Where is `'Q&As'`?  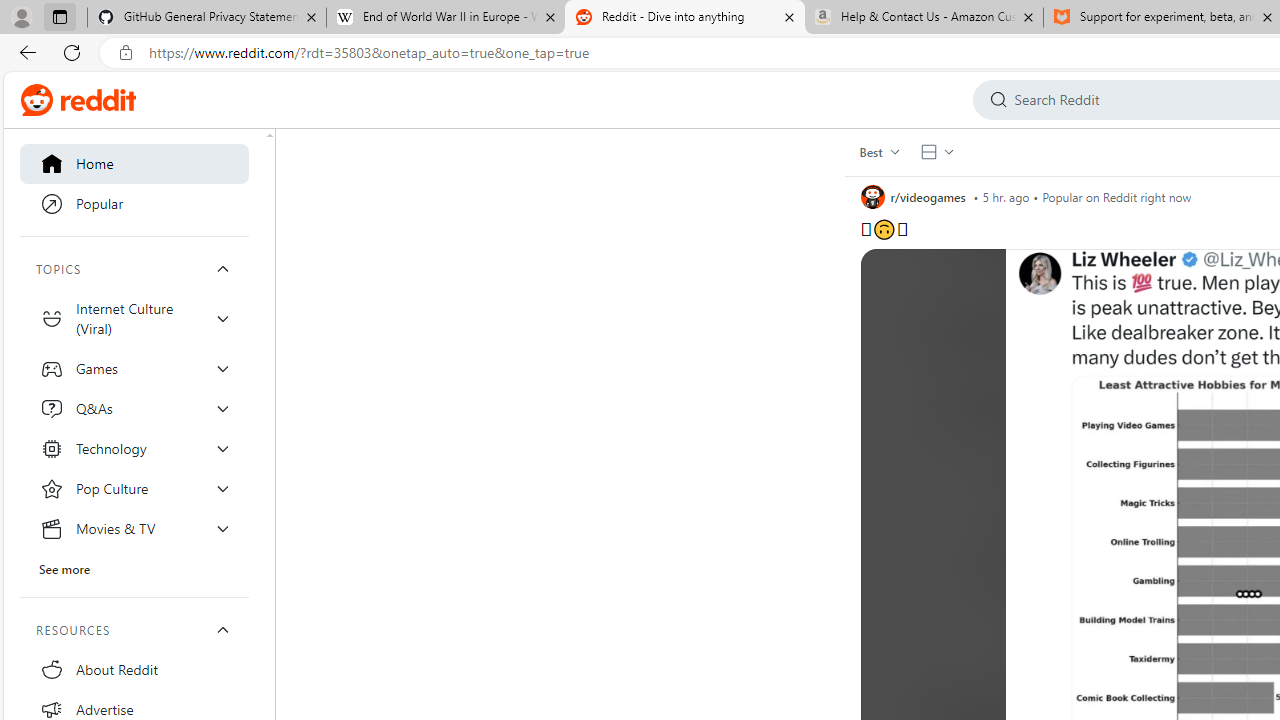 'Q&As' is located at coordinates (134, 407).